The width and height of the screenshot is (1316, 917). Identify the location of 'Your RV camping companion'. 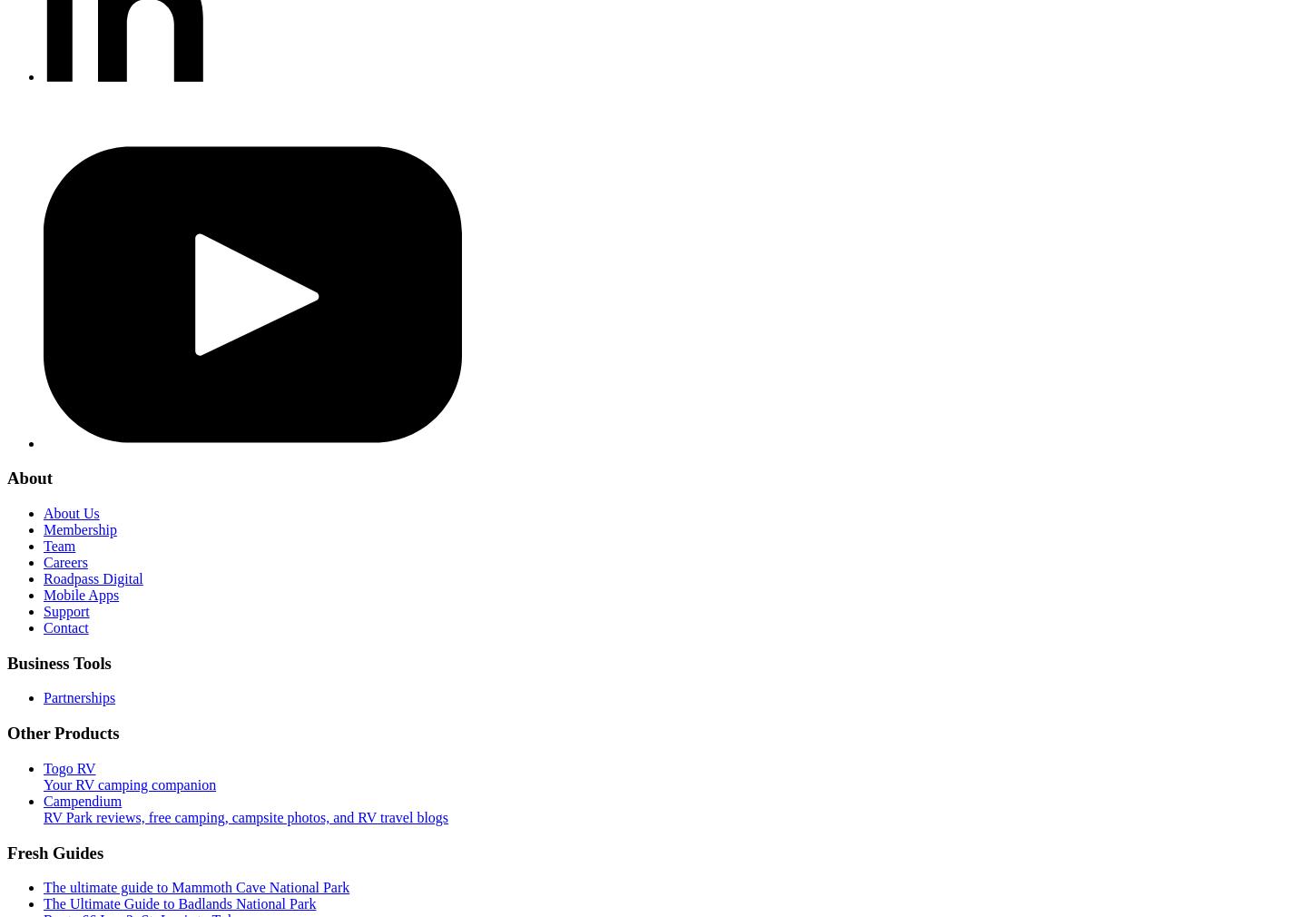
(128, 784).